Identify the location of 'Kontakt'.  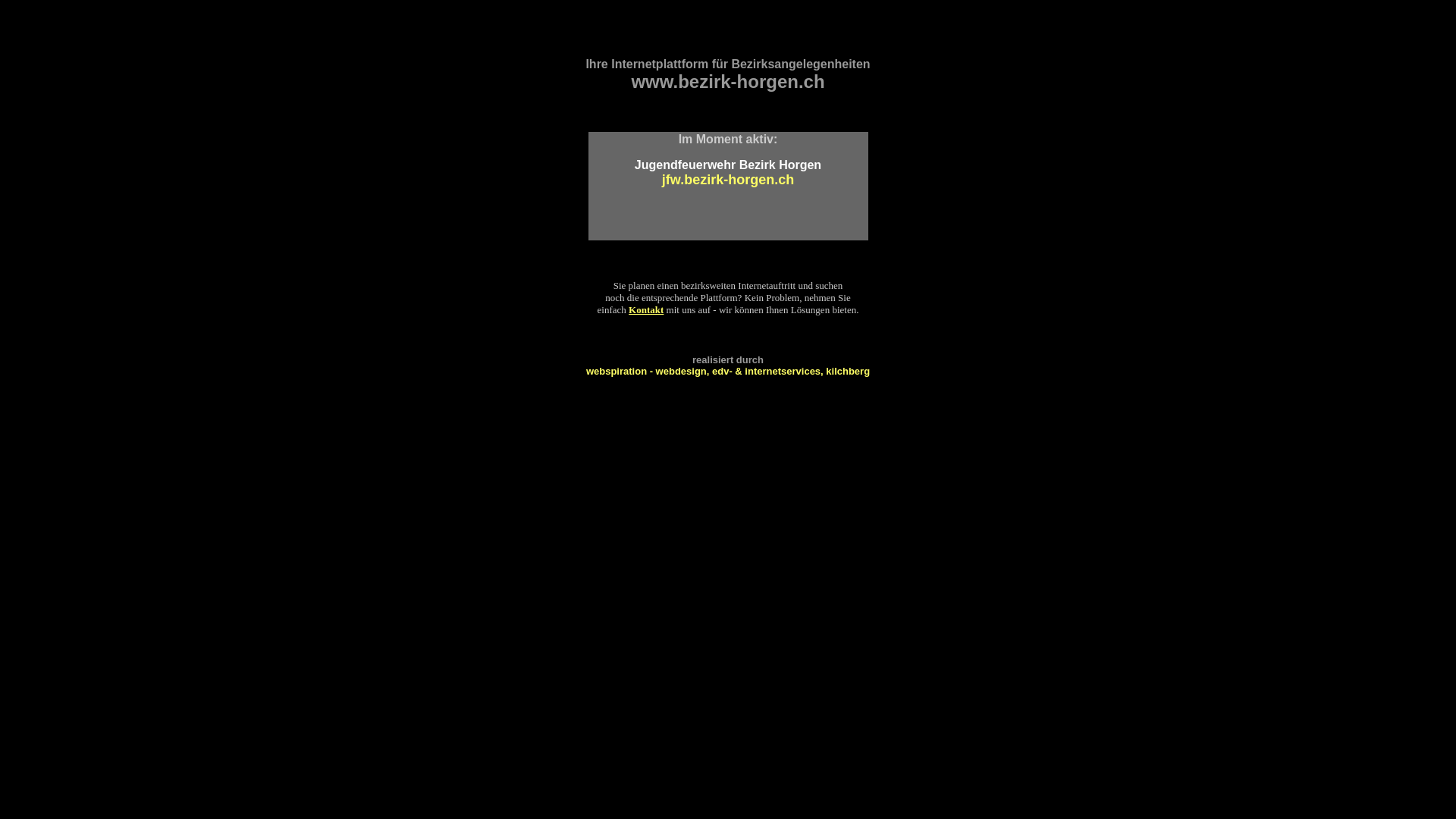
(645, 309).